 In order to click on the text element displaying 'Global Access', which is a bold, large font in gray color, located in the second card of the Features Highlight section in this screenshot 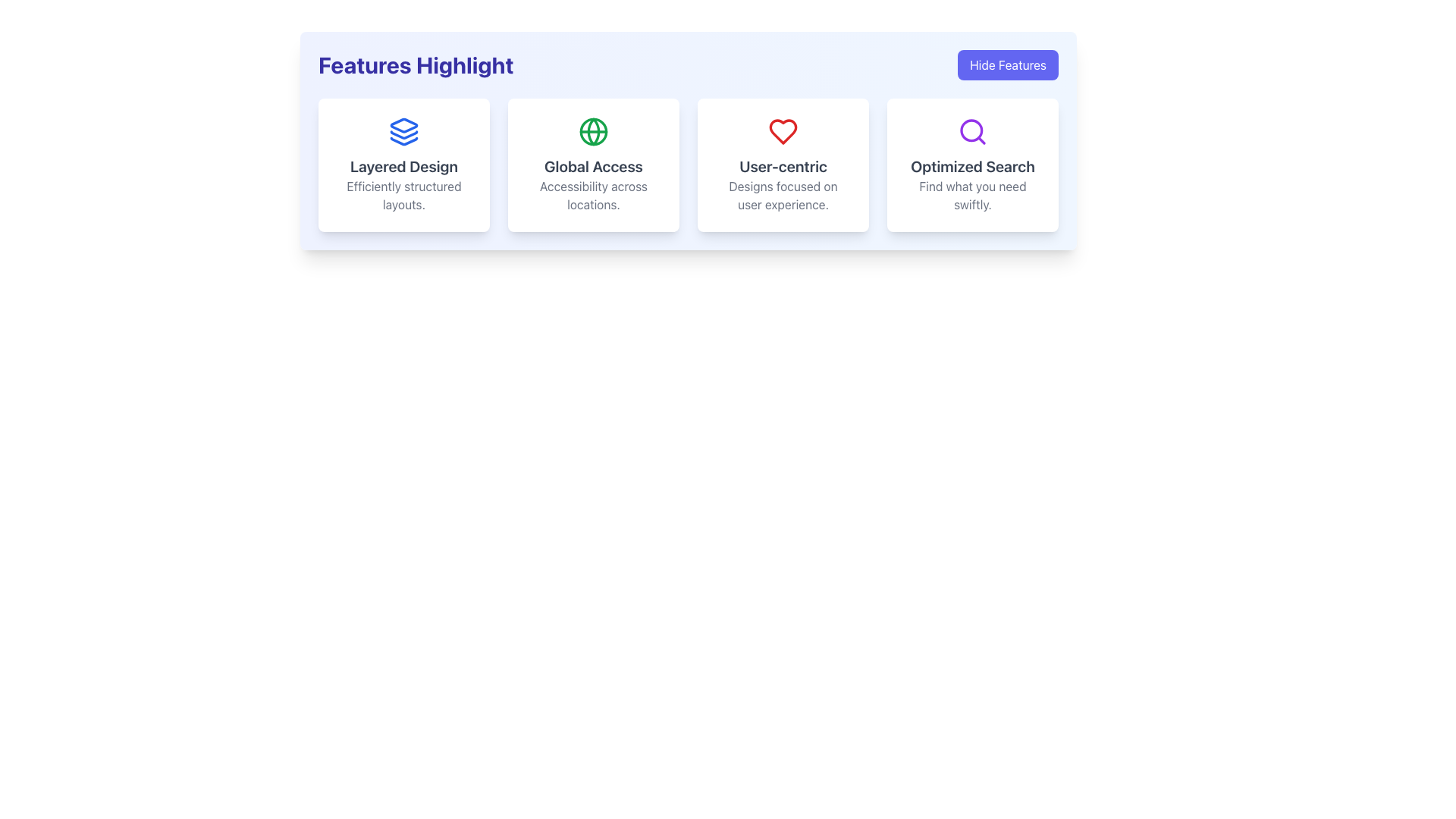, I will do `click(592, 166)`.